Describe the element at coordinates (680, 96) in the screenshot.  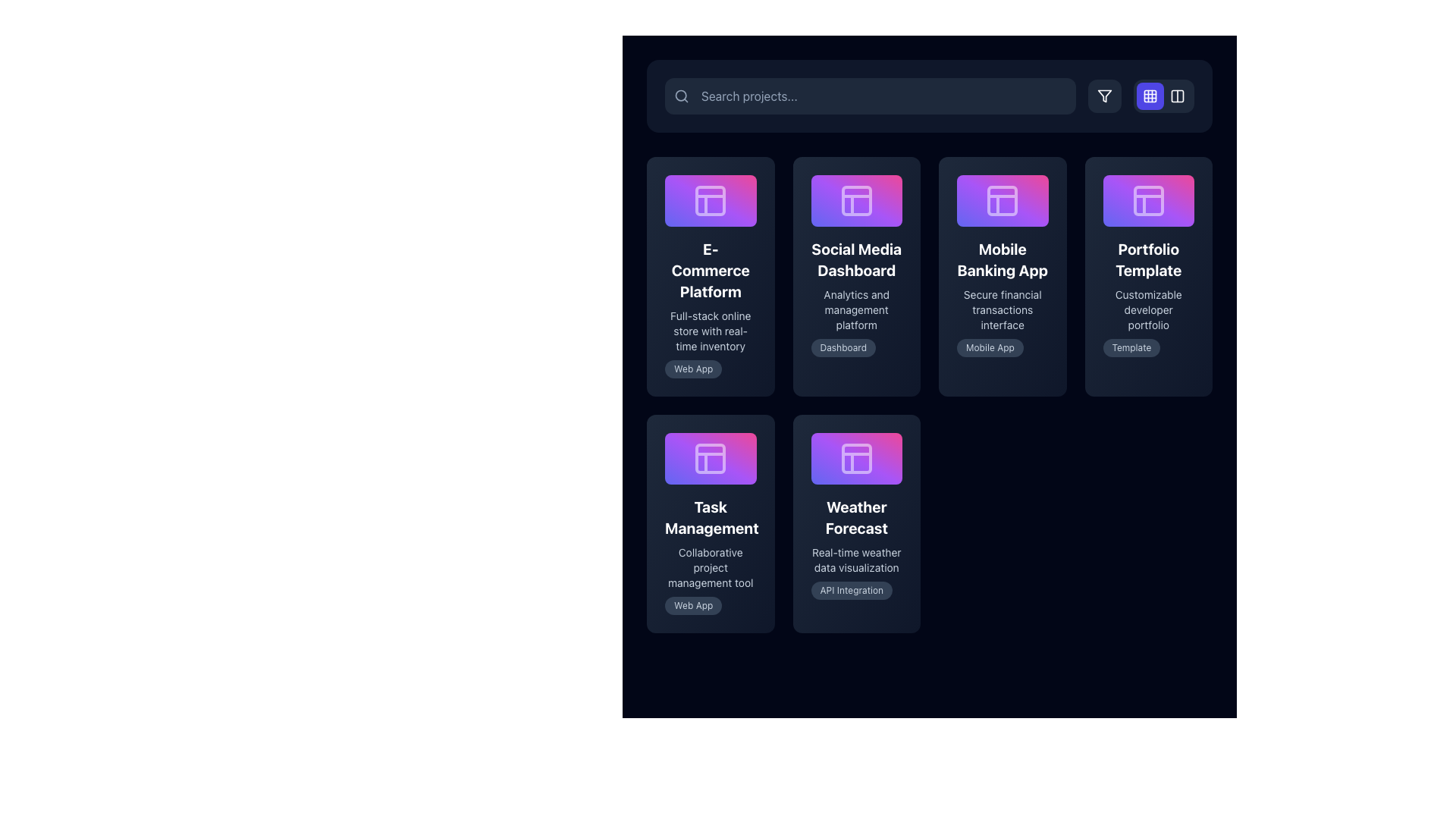
I see `the decorative component of the magnifying glass icon located inside the search bar at the top of the interface` at that location.